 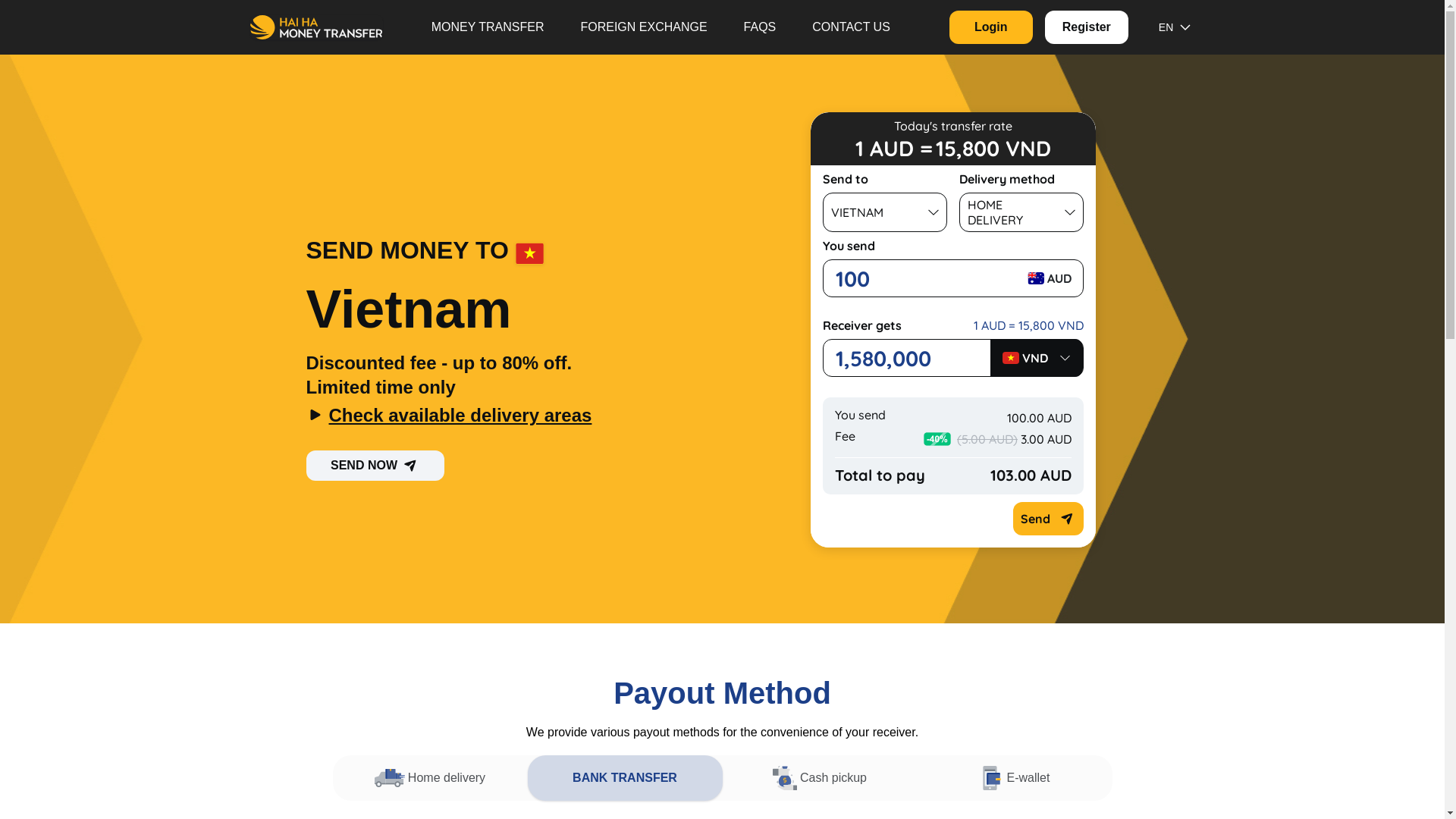 What do you see at coordinates (1086, 27) in the screenshot?
I see `'Register'` at bounding box center [1086, 27].